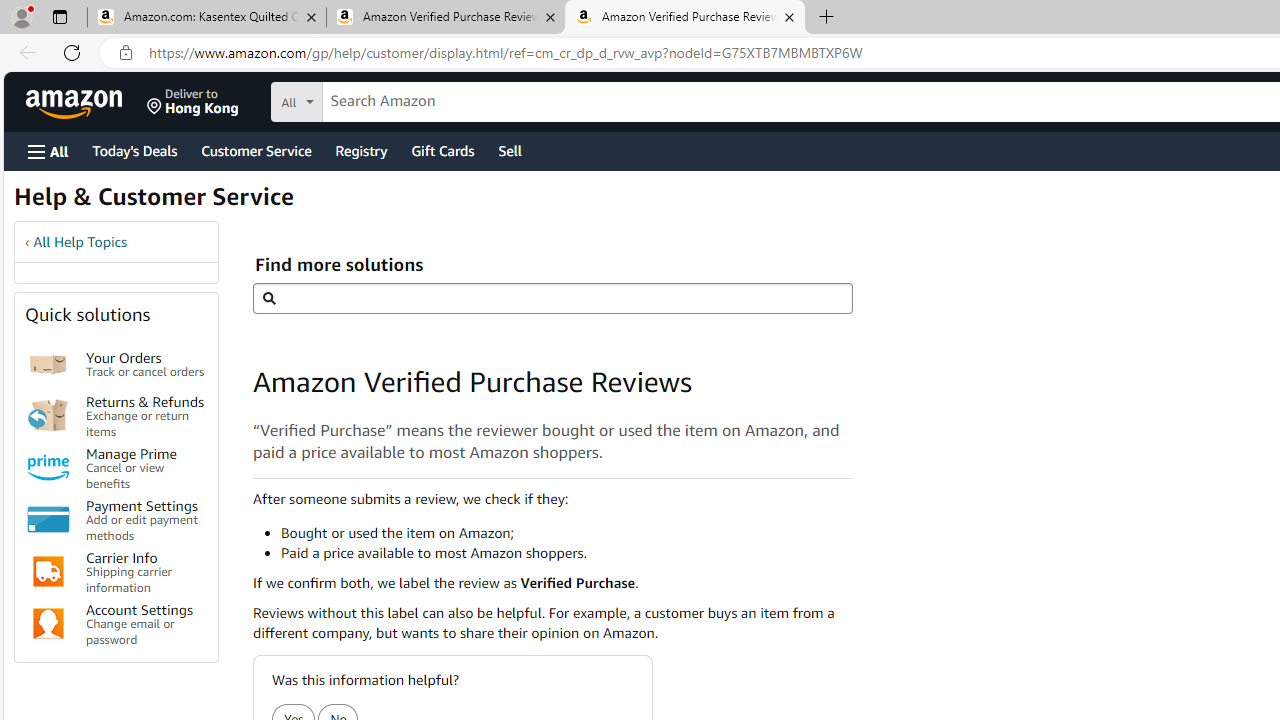 The image size is (1280, 720). Describe the element at coordinates (125, 52) in the screenshot. I see `'View site information'` at that location.